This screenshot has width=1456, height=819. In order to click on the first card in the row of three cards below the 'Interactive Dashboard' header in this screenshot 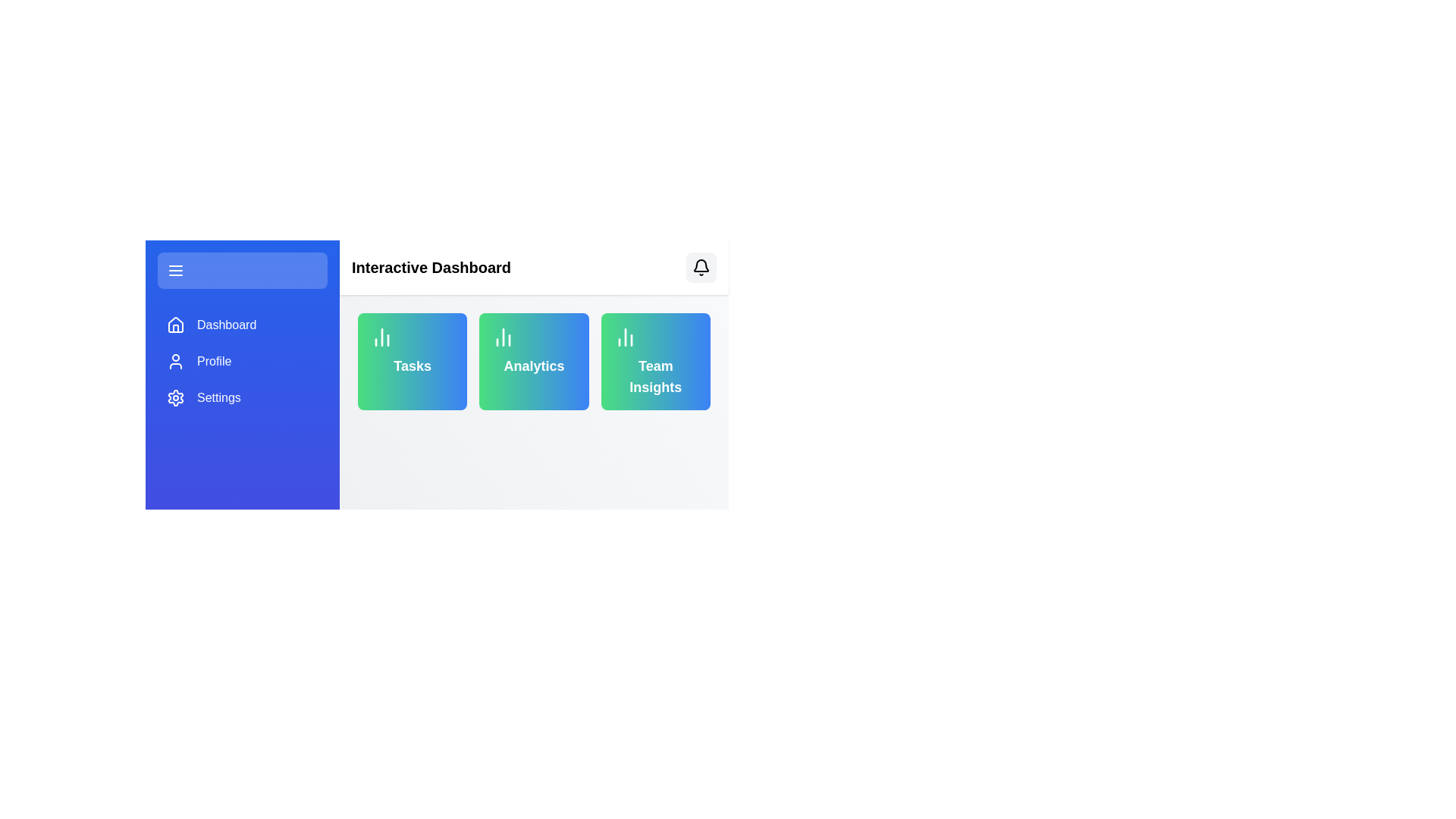, I will do `click(413, 362)`.